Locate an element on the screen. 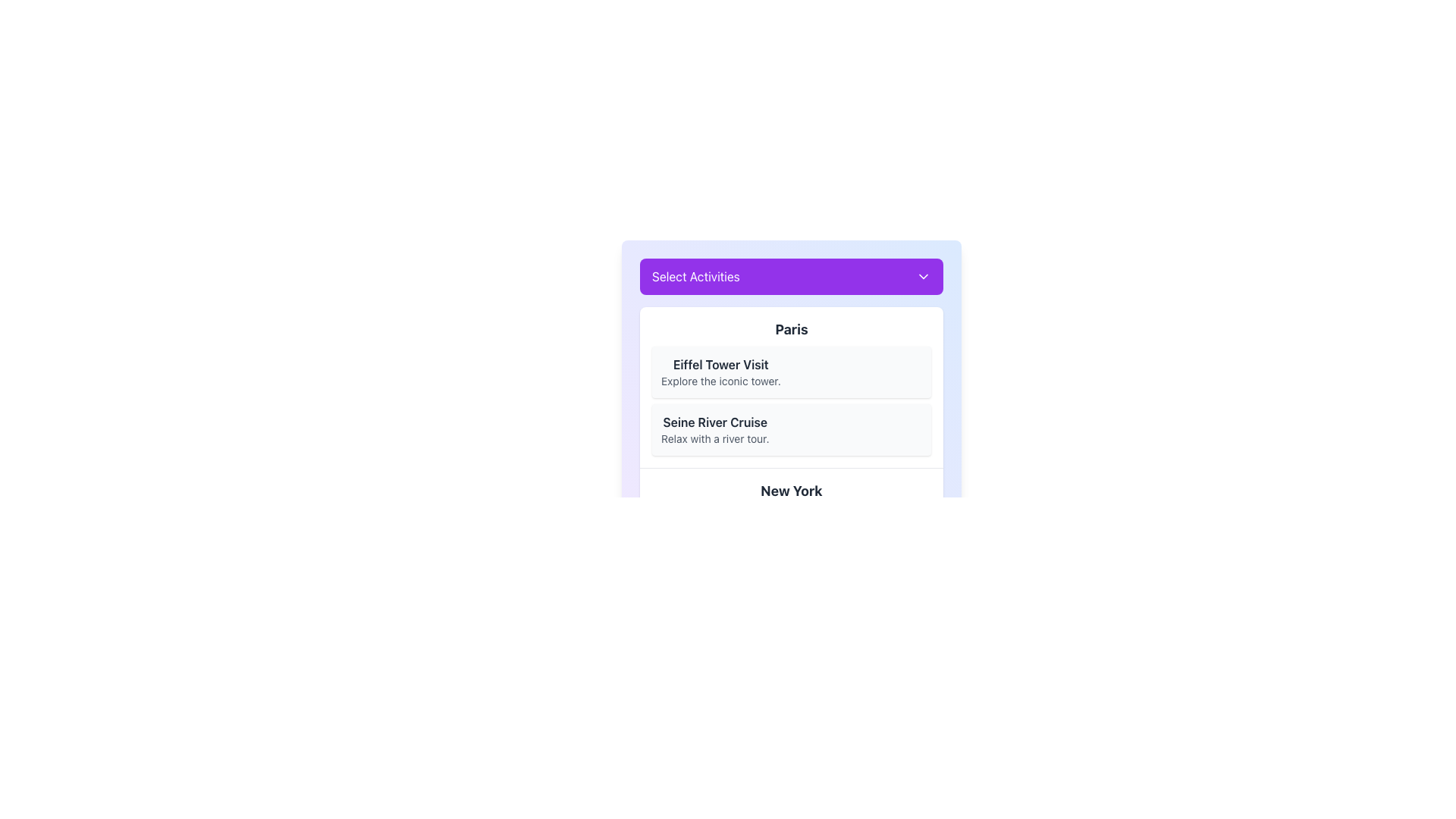 This screenshot has height=819, width=1456. the List item with dual-line text titled 'Eiffel Tower Visit' to trigger visual feedback, such as a background color change is located at coordinates (720, 372).